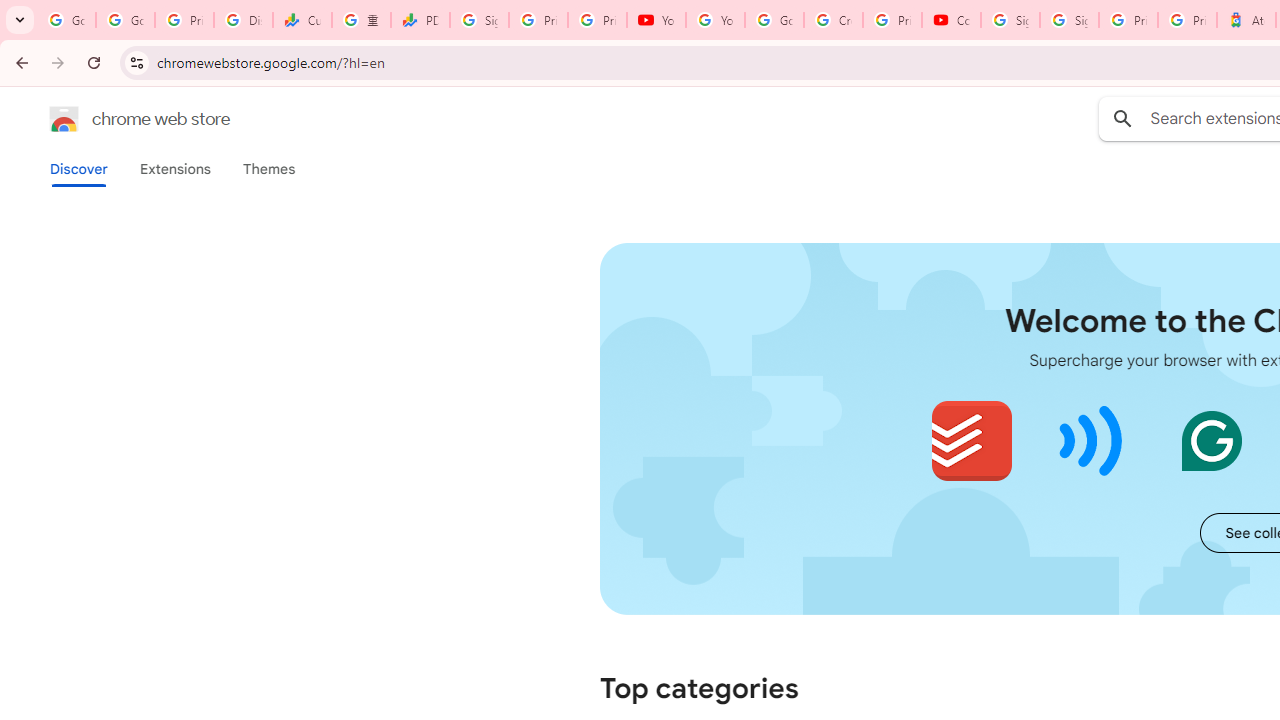  What do you see at coordinates (950, 20) in the screenshot?
I see `'Content Creator Programs & Opportunities - YouTube Creators'` at bounding box center [950, 20].